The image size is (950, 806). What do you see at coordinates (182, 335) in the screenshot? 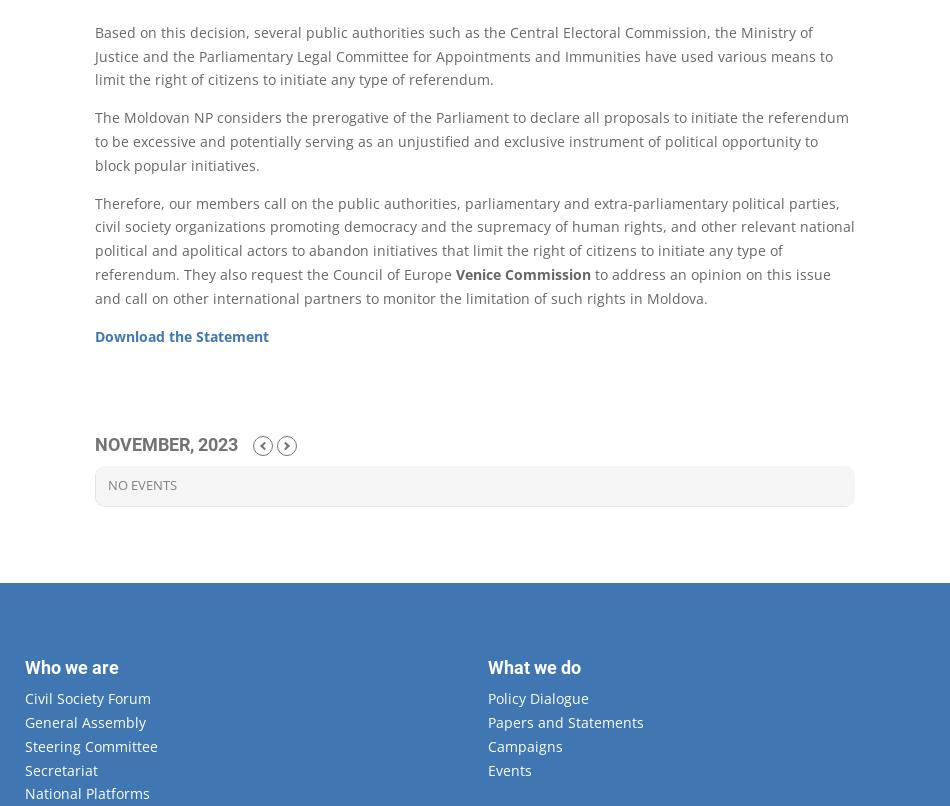
I see `'Download the Statement'` at bounding box center [182, 335].